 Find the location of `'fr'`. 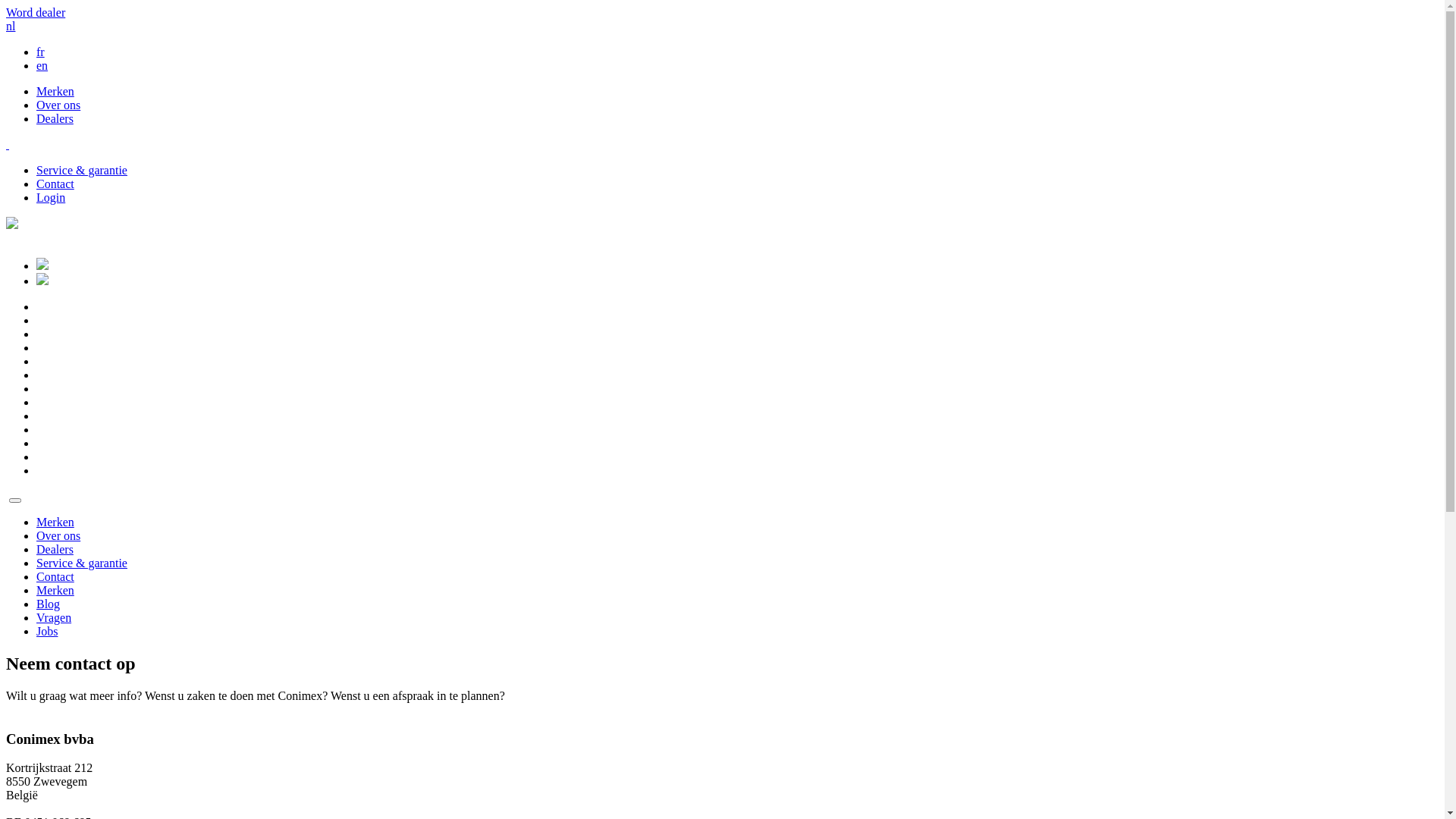

'fr' is located at coordinates (40, 51).